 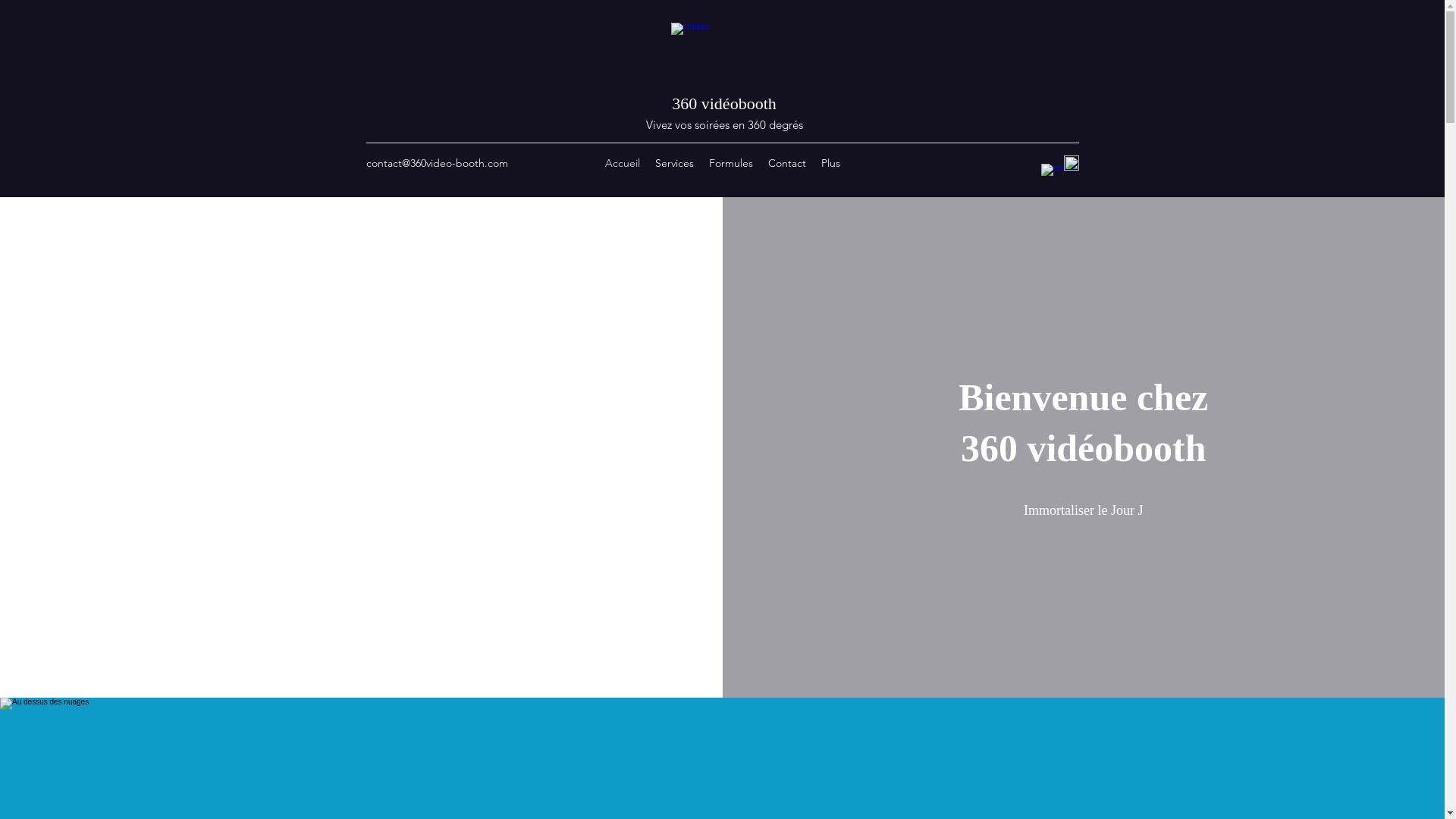 I want to click on 'Services', so click(x=648, y=163).